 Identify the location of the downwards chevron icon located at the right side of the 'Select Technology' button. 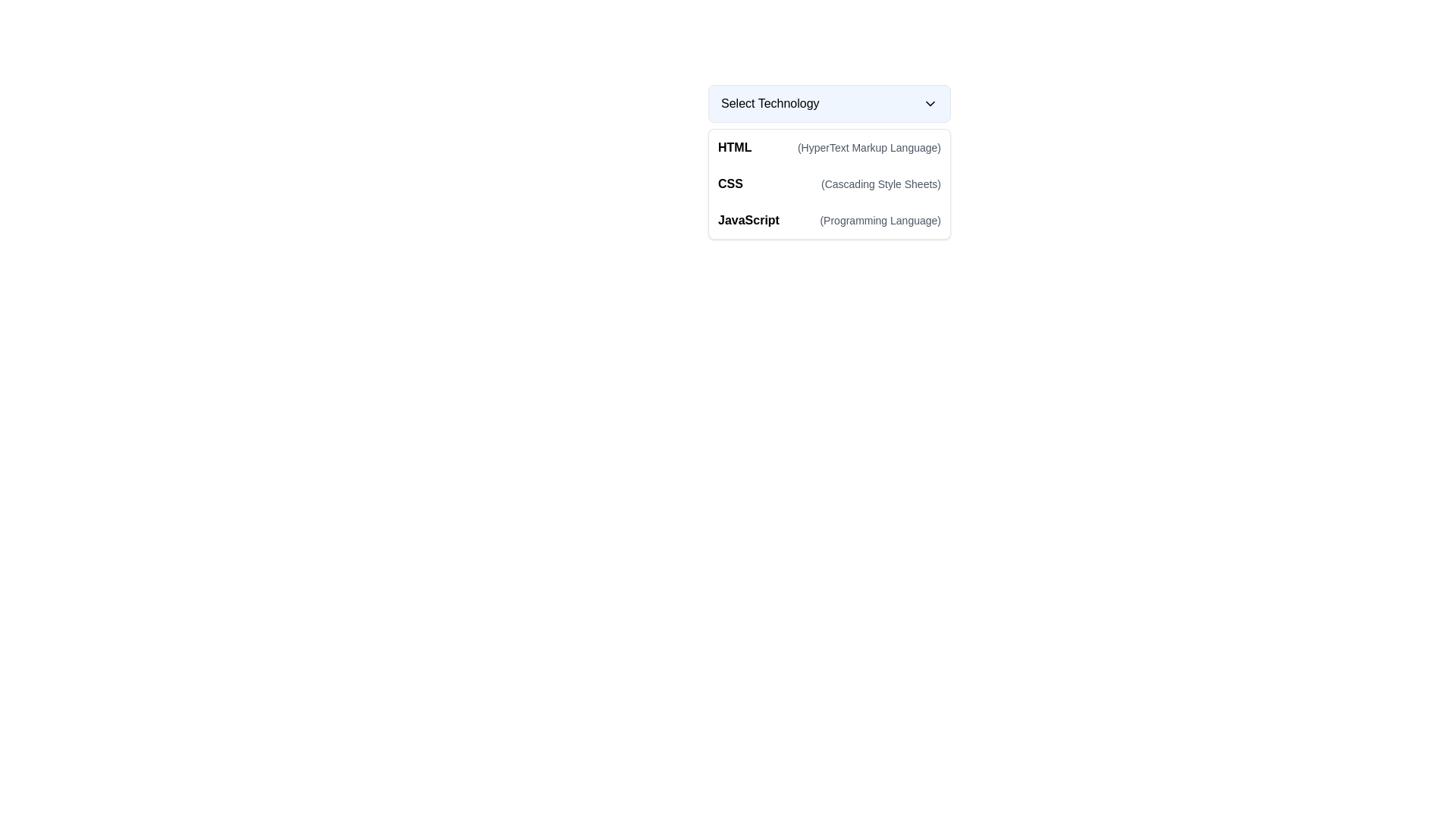
(930, 103).